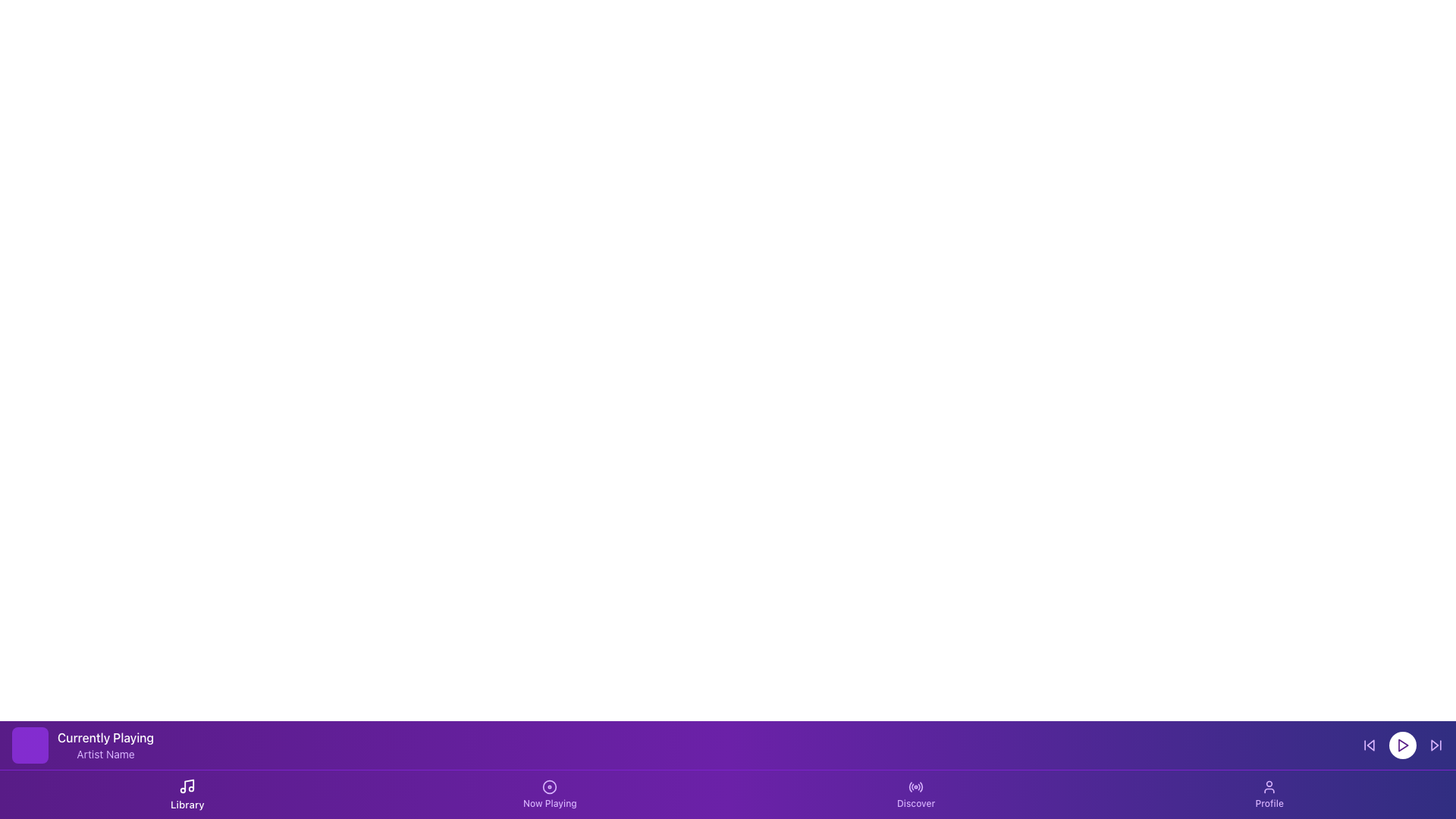 Image resolution: width=1456 pixels, height=819 pixels. What do you see at coordinates (549, 786) in the screenshot?
I see `the center of the Circular icon in the navigation bar located in the 'Now Playing' section` at bounding box center [549, 786].